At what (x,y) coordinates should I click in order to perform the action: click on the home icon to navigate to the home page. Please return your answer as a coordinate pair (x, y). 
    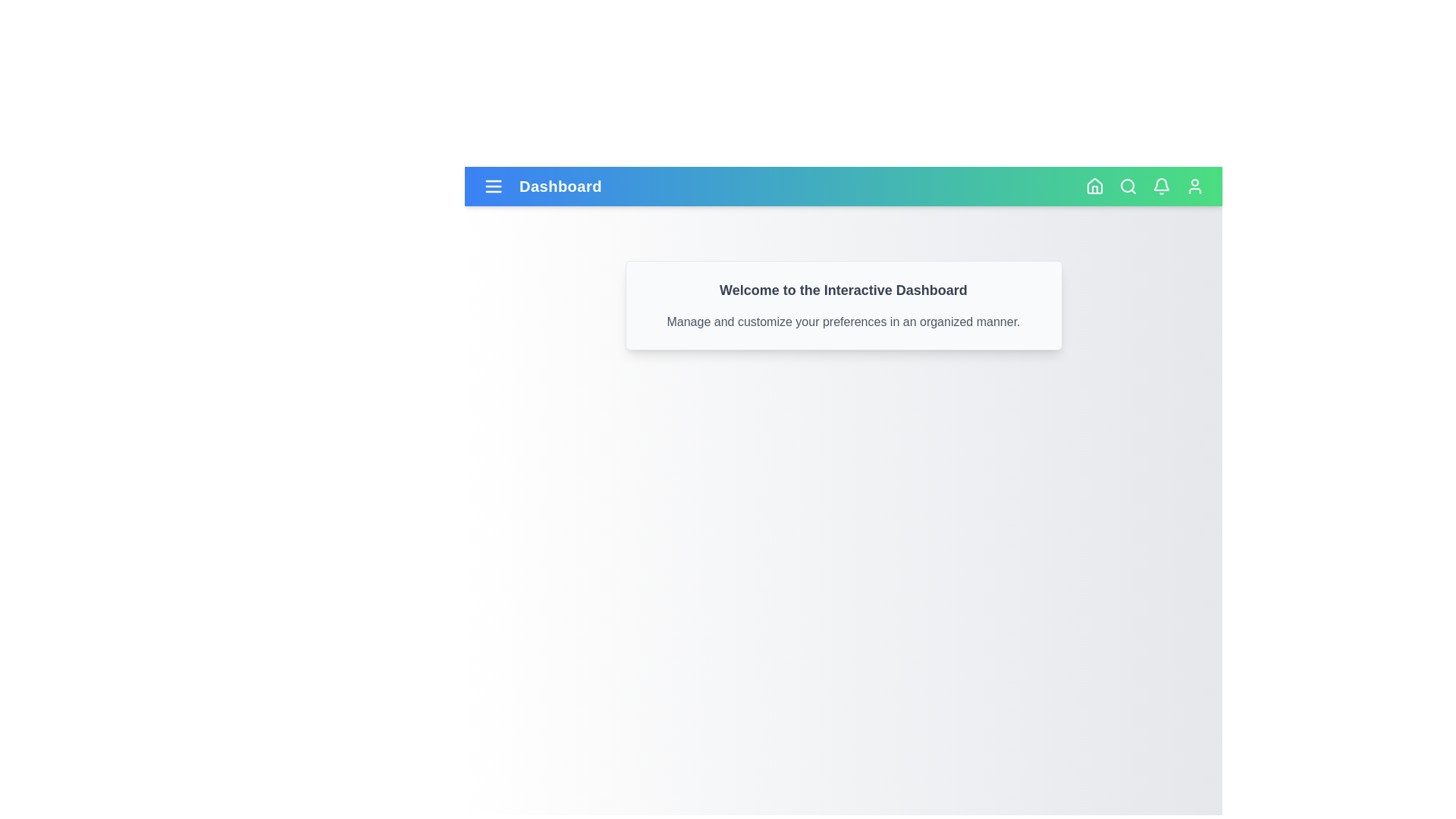
    Looking at the image, I should click on (1095, 186).